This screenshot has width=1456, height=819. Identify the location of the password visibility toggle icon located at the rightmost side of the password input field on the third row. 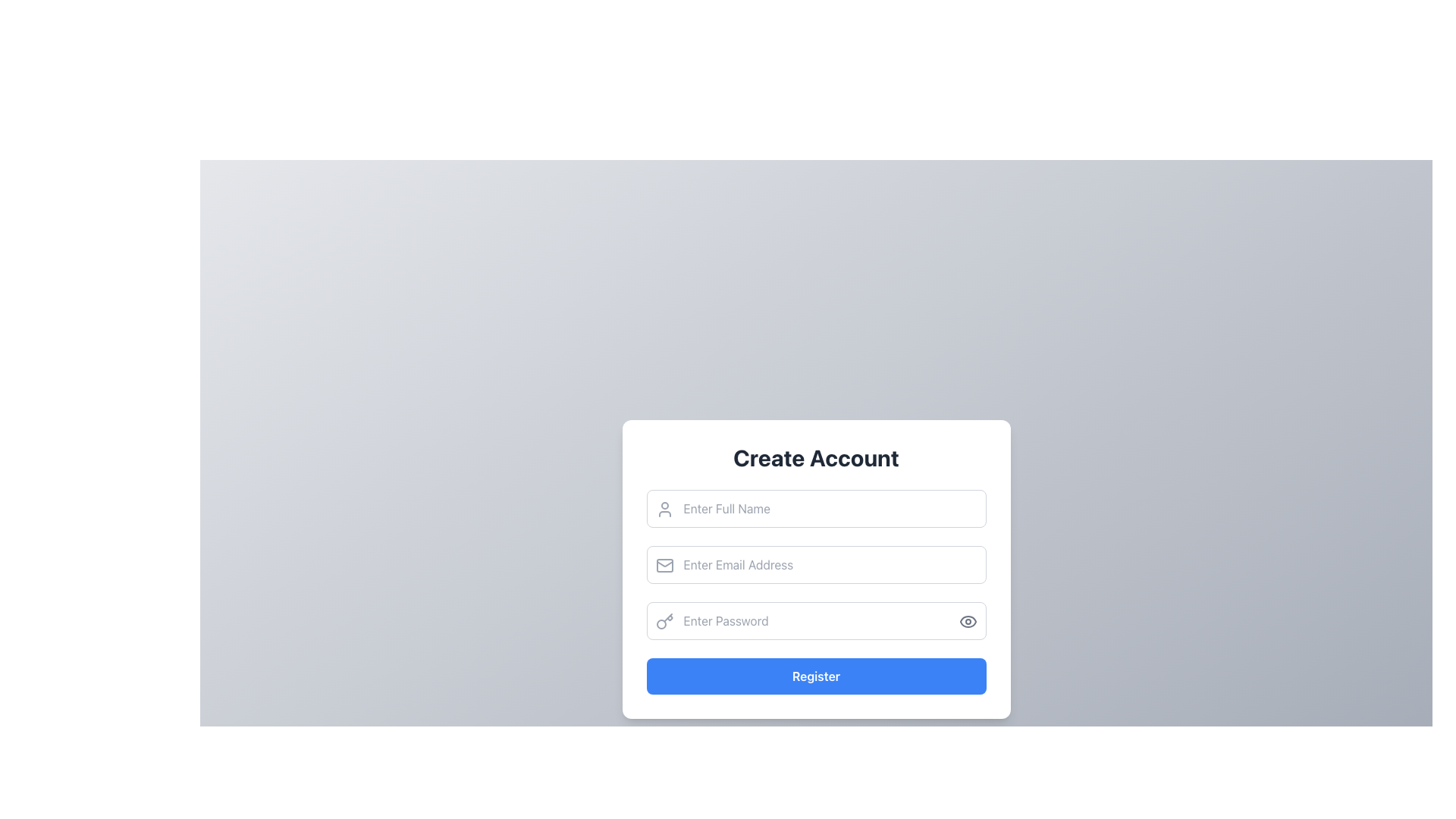
(967, 622).